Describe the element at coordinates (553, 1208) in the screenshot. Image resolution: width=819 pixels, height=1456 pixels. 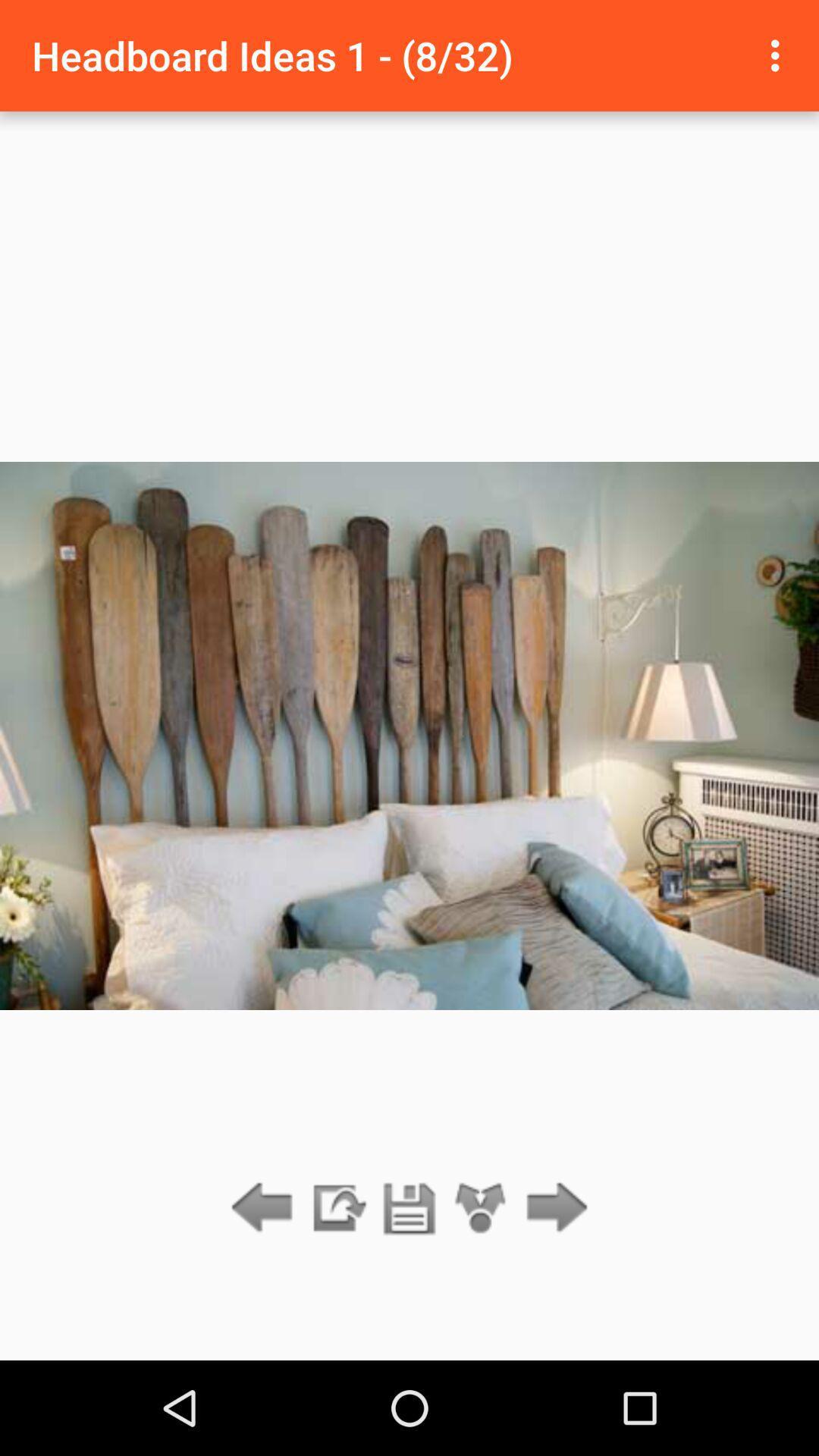
I see `the icon at the bottom right corner` at that location.